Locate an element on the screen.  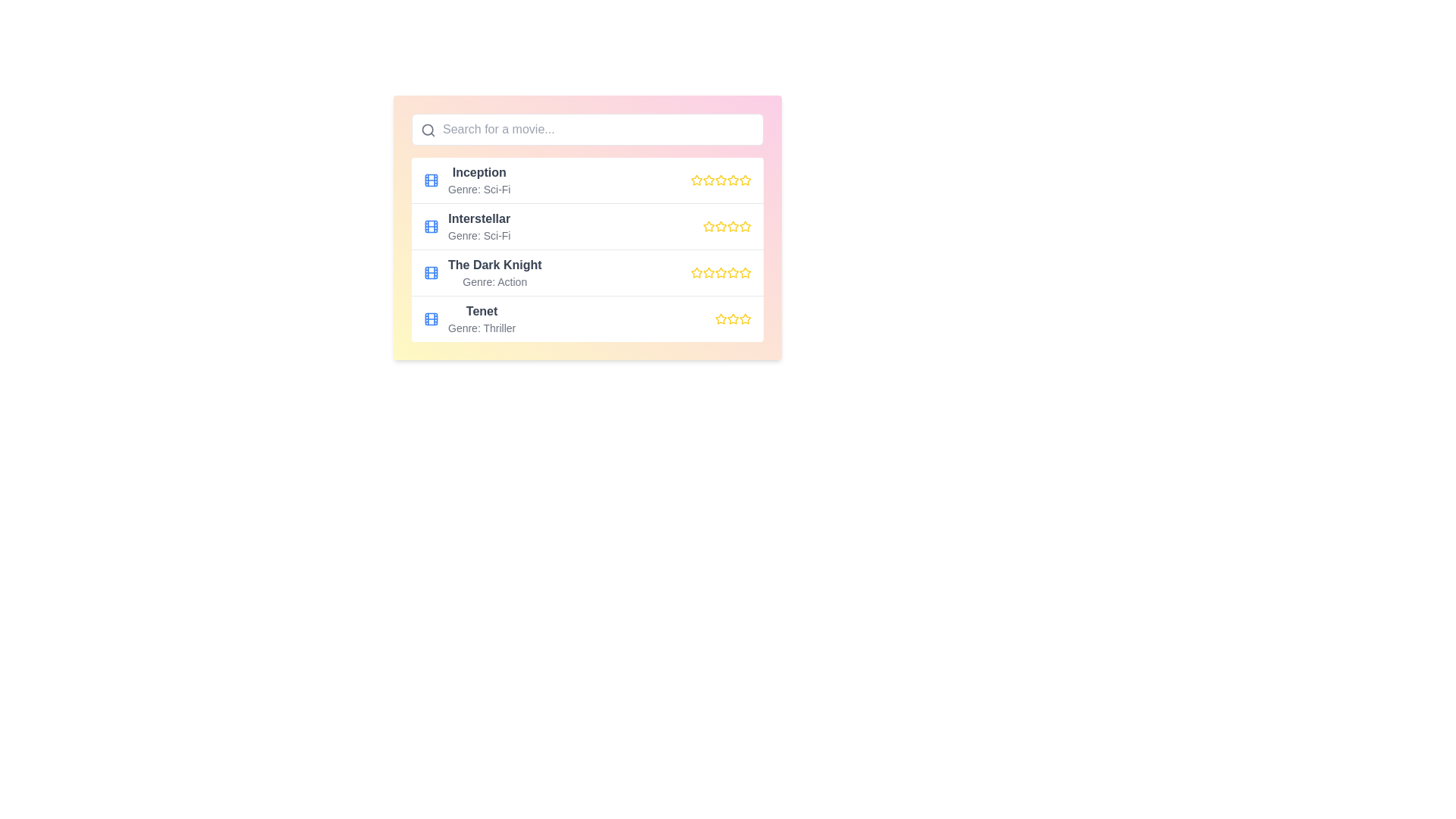
the first star icon in the rating system next to 'Inception' is located at coordinates (695, 180).